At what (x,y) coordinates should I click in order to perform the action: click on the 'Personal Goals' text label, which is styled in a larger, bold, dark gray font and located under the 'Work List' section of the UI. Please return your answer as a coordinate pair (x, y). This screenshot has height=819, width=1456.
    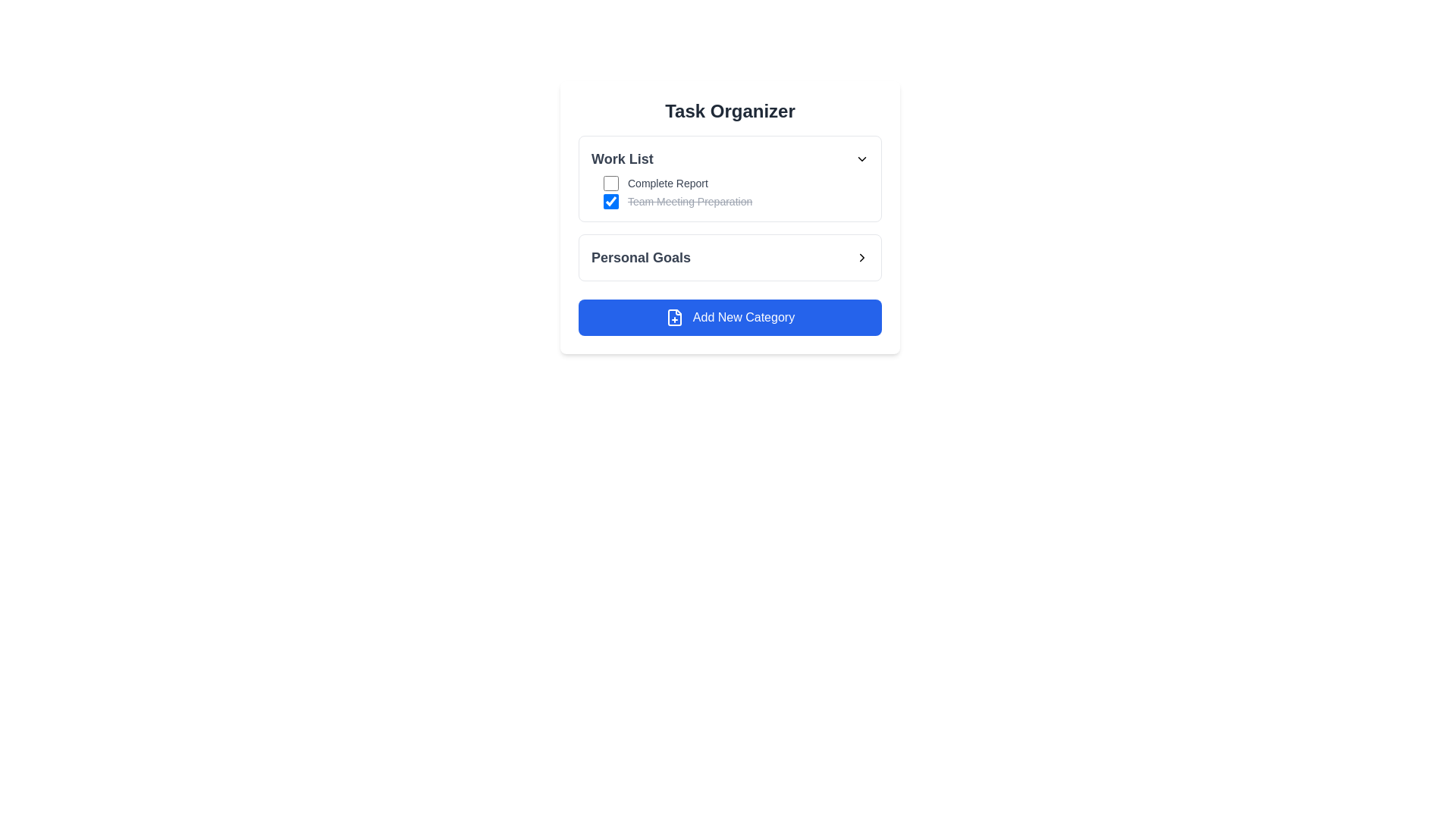
    Looking at the image, I should click on (641, 256).